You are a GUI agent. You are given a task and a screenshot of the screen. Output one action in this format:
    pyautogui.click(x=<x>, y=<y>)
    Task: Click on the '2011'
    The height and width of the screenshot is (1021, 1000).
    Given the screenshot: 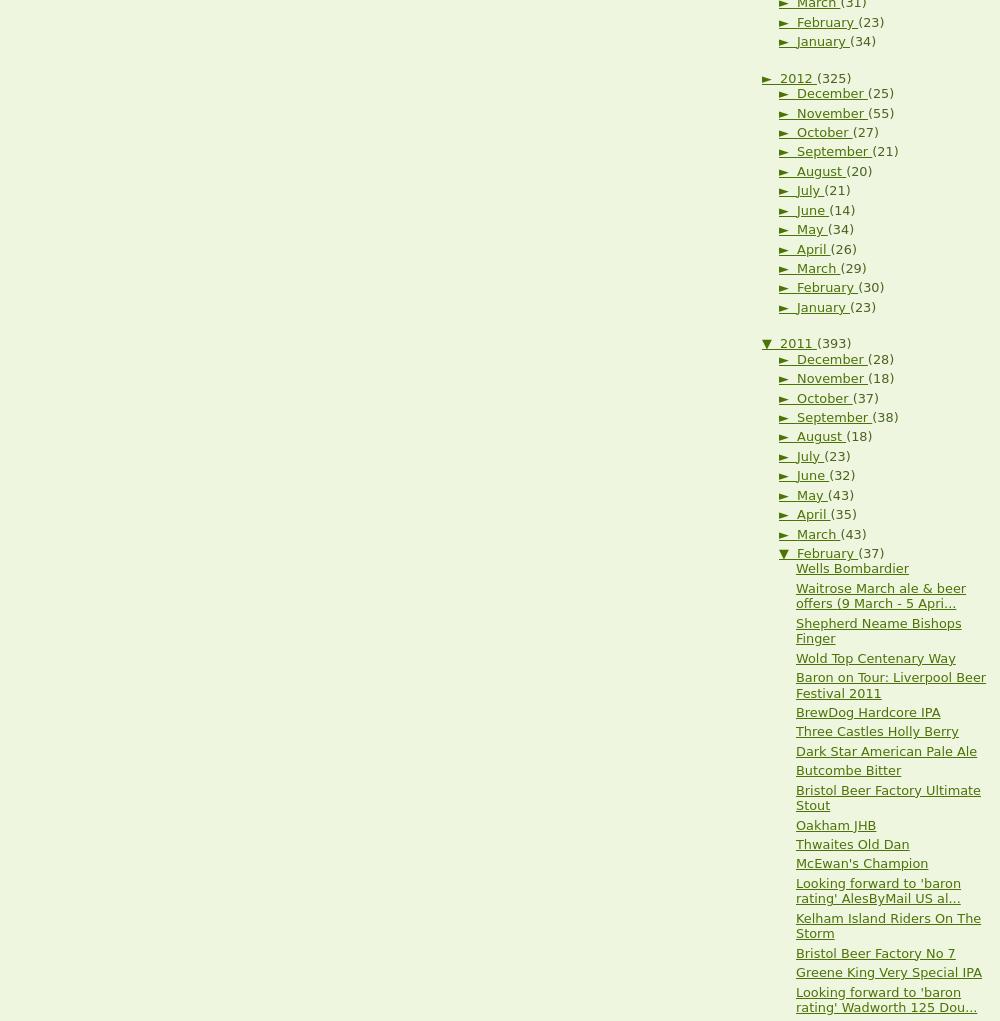 What is the action you would take?
    pyautogui.click(x=798, y=342)
    